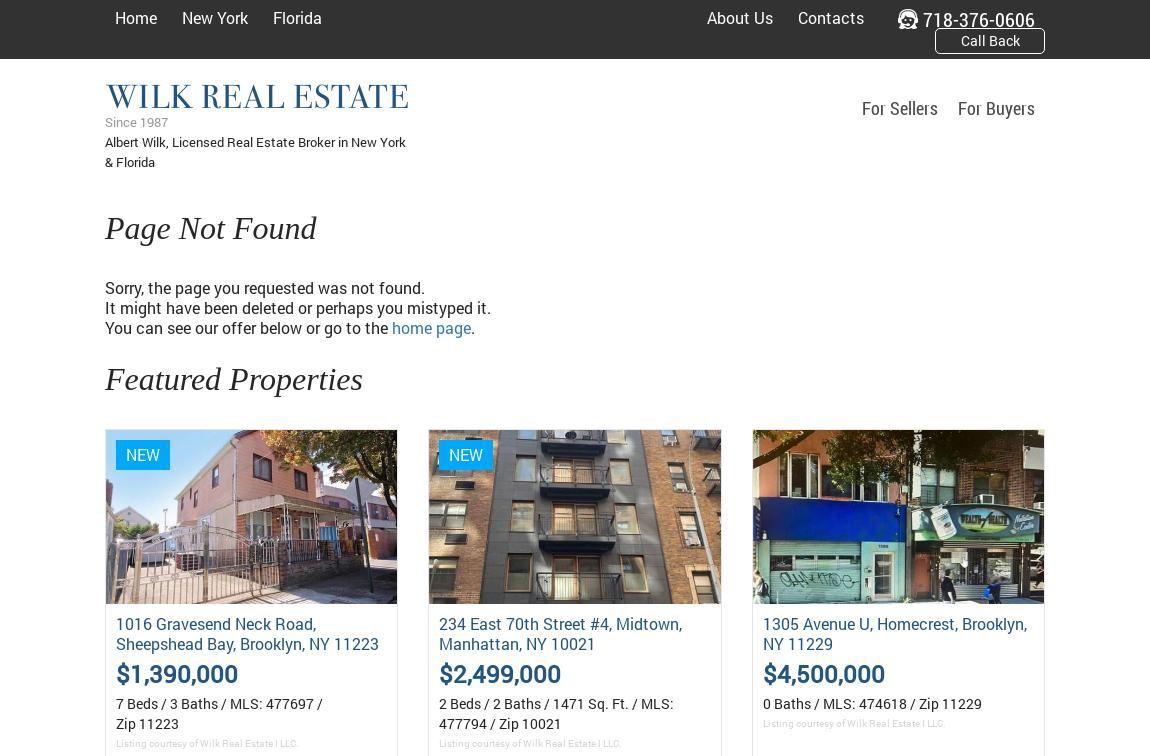  What do you see at coordinates (214, 17) in the screenshot?
I see `'New York'` at bounding box center [214, 17].